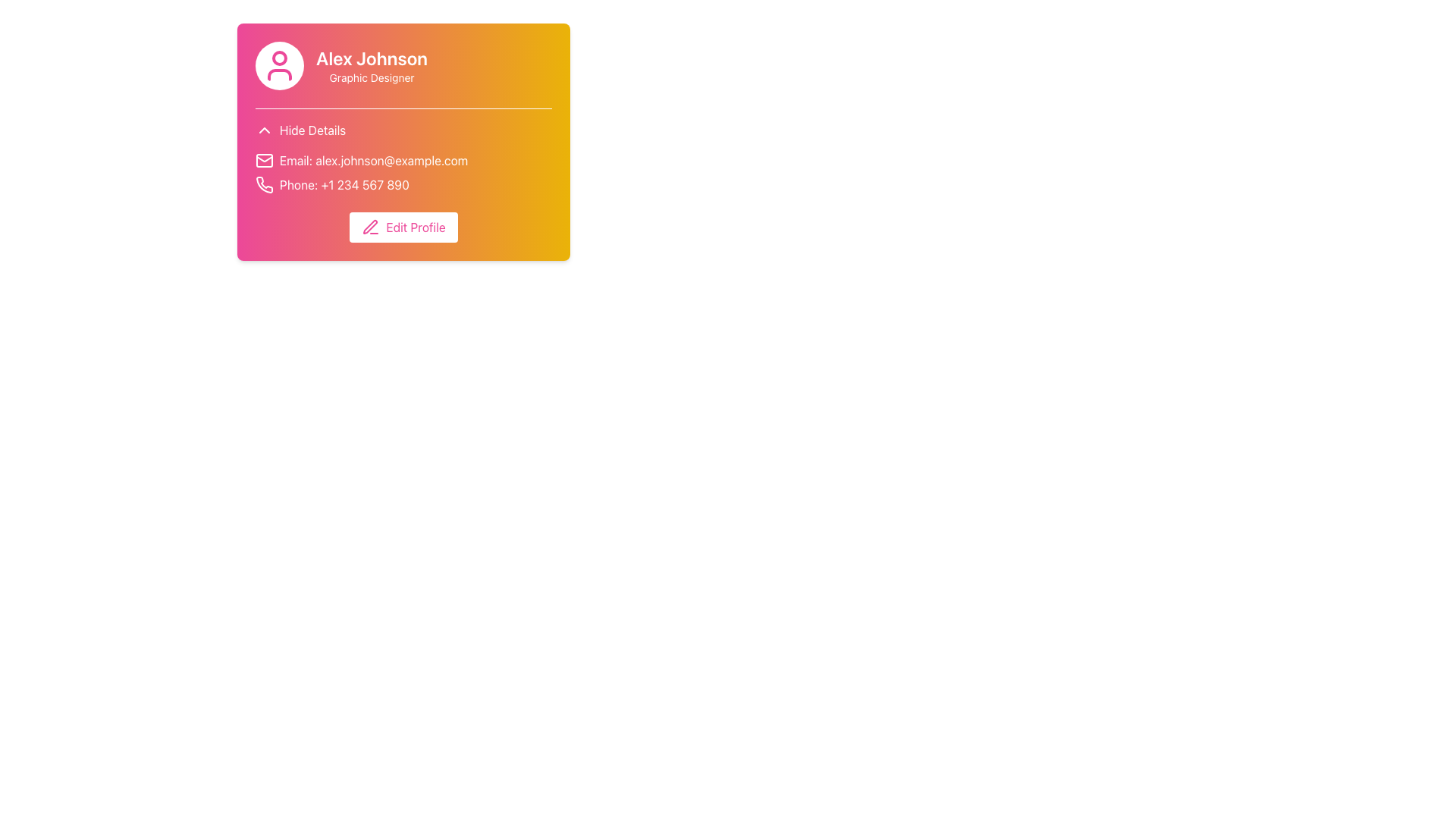 The image size is (1456, 819). I want to click on text displayed in the Text Label that shows 'Alex Johnson', which is prominently placed at the top of a gradient-colored card, so click(372, 58).